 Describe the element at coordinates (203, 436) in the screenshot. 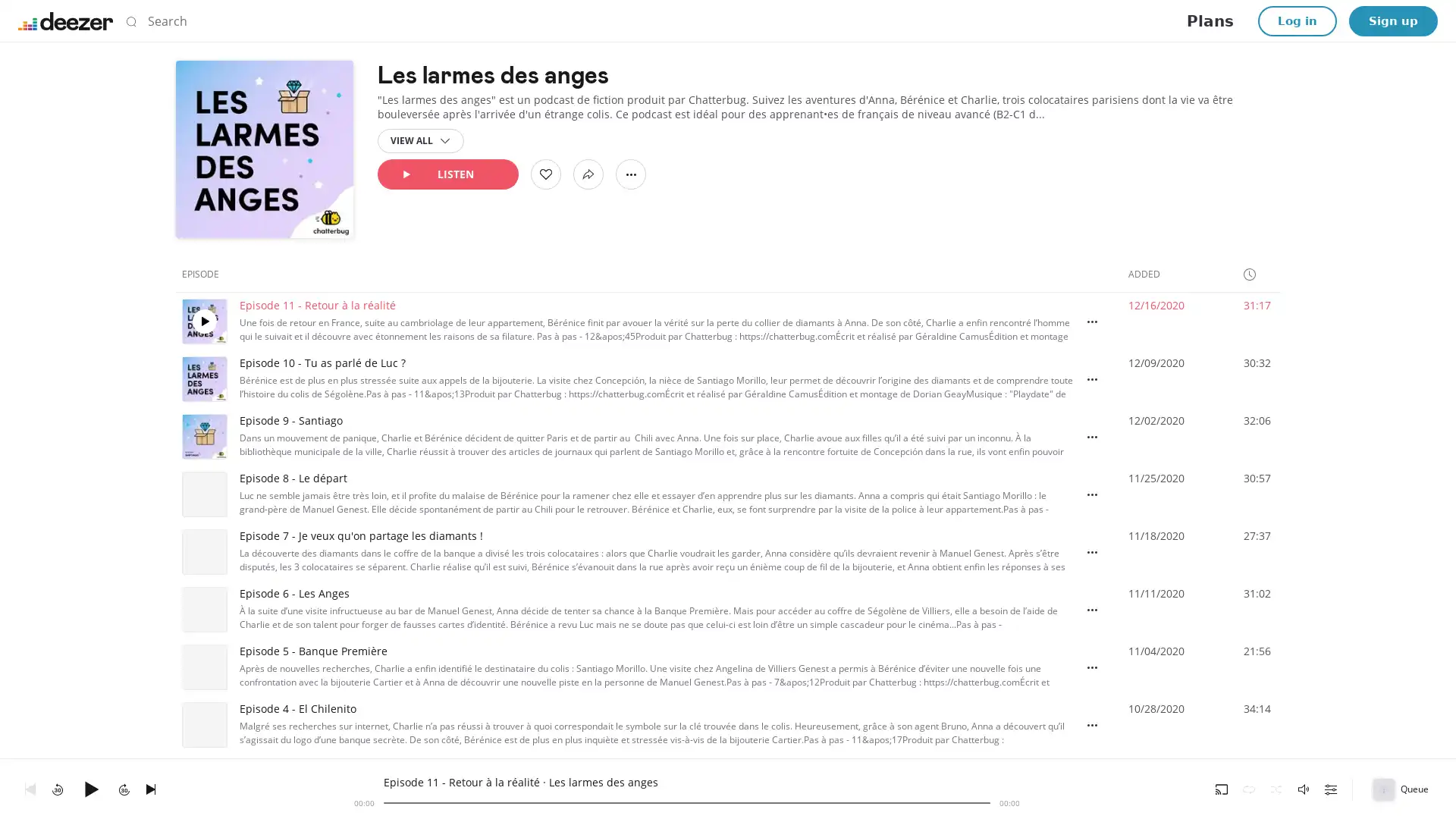

I see `Play Episode 9 - Santiago by Les larmes des anges` at that location.